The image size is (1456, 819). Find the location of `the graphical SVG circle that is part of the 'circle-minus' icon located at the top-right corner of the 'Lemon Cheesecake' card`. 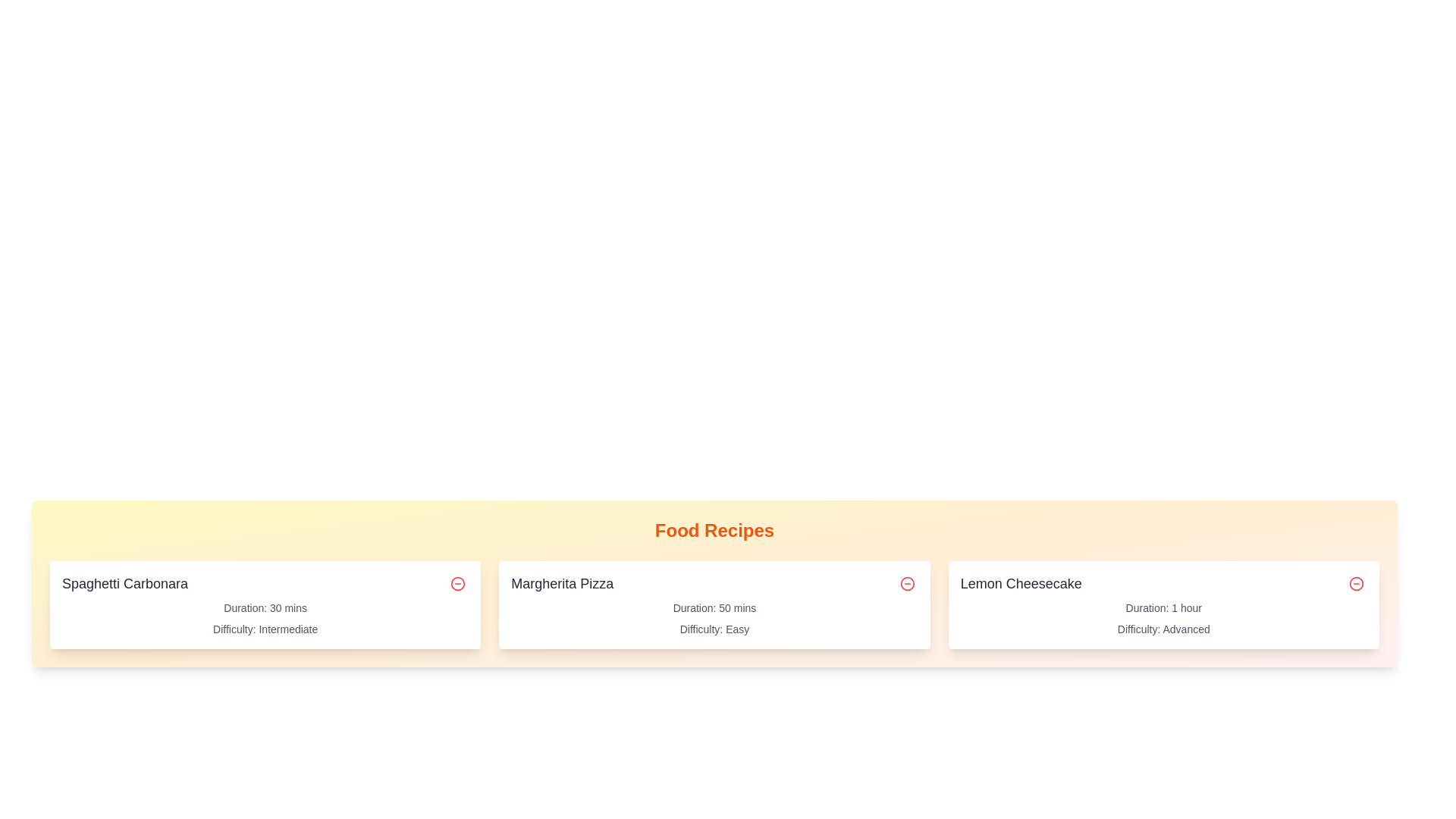

the graphical SVG circle that is part of the 'circle-minus' icon located at the top-right corner of the 'Lemon Cheesecake' card is located at coordinates (1357, 583).